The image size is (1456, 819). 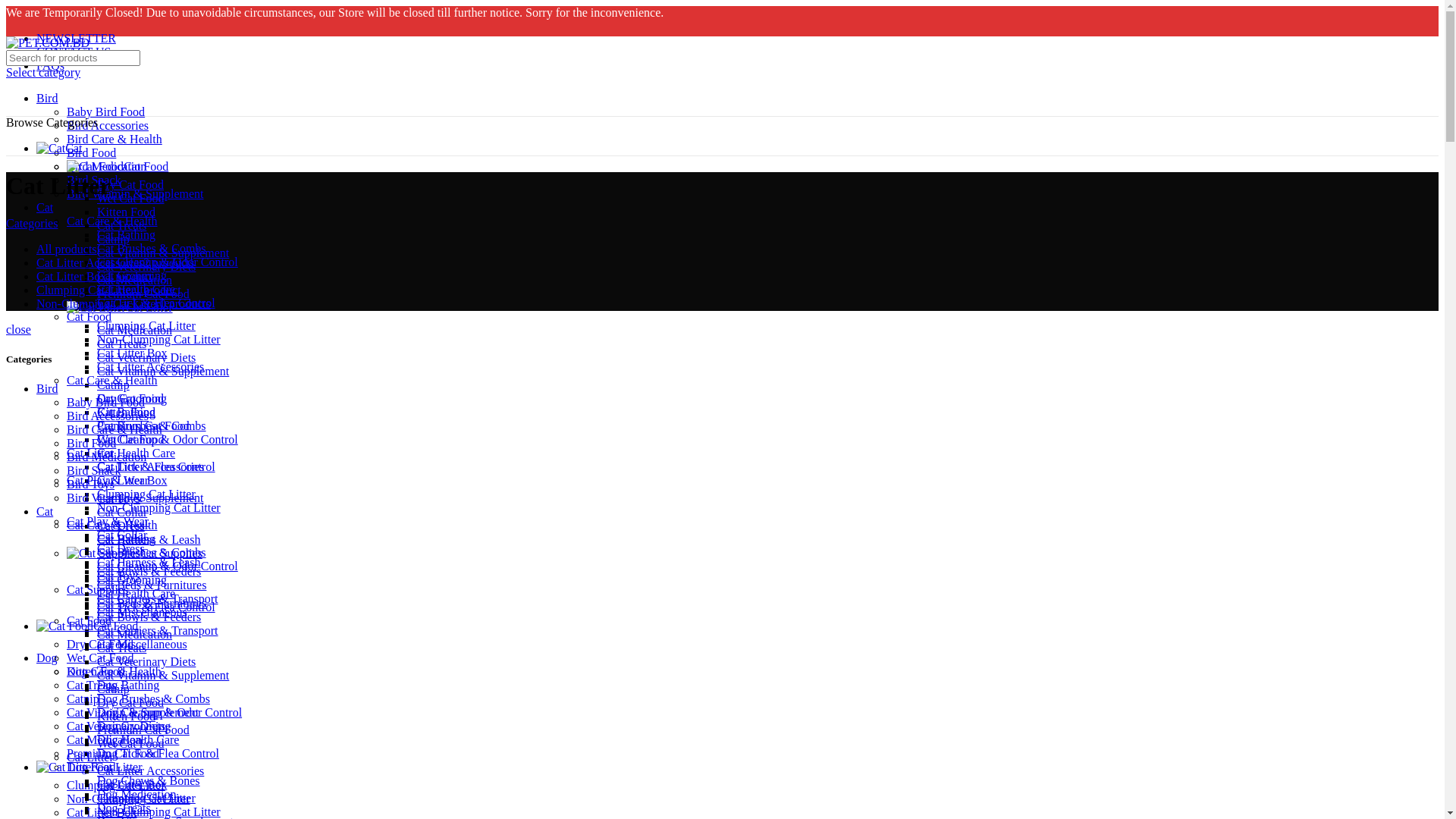 I want to click on 'Dog Chews & Bones', so click(x=149, y=780).